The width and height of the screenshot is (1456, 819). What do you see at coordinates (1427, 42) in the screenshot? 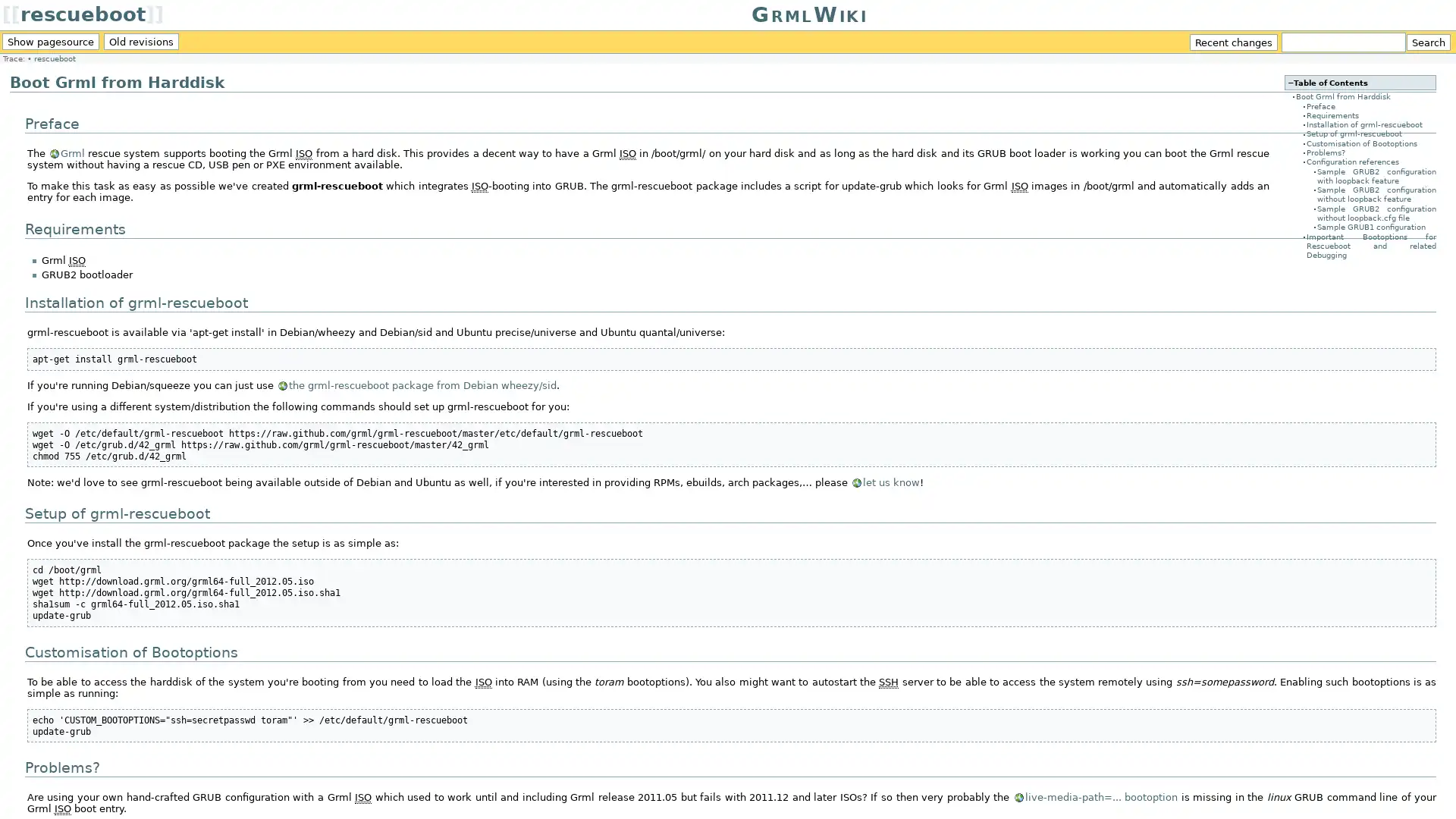
I see `Search` at bounding box center [1427, 42].